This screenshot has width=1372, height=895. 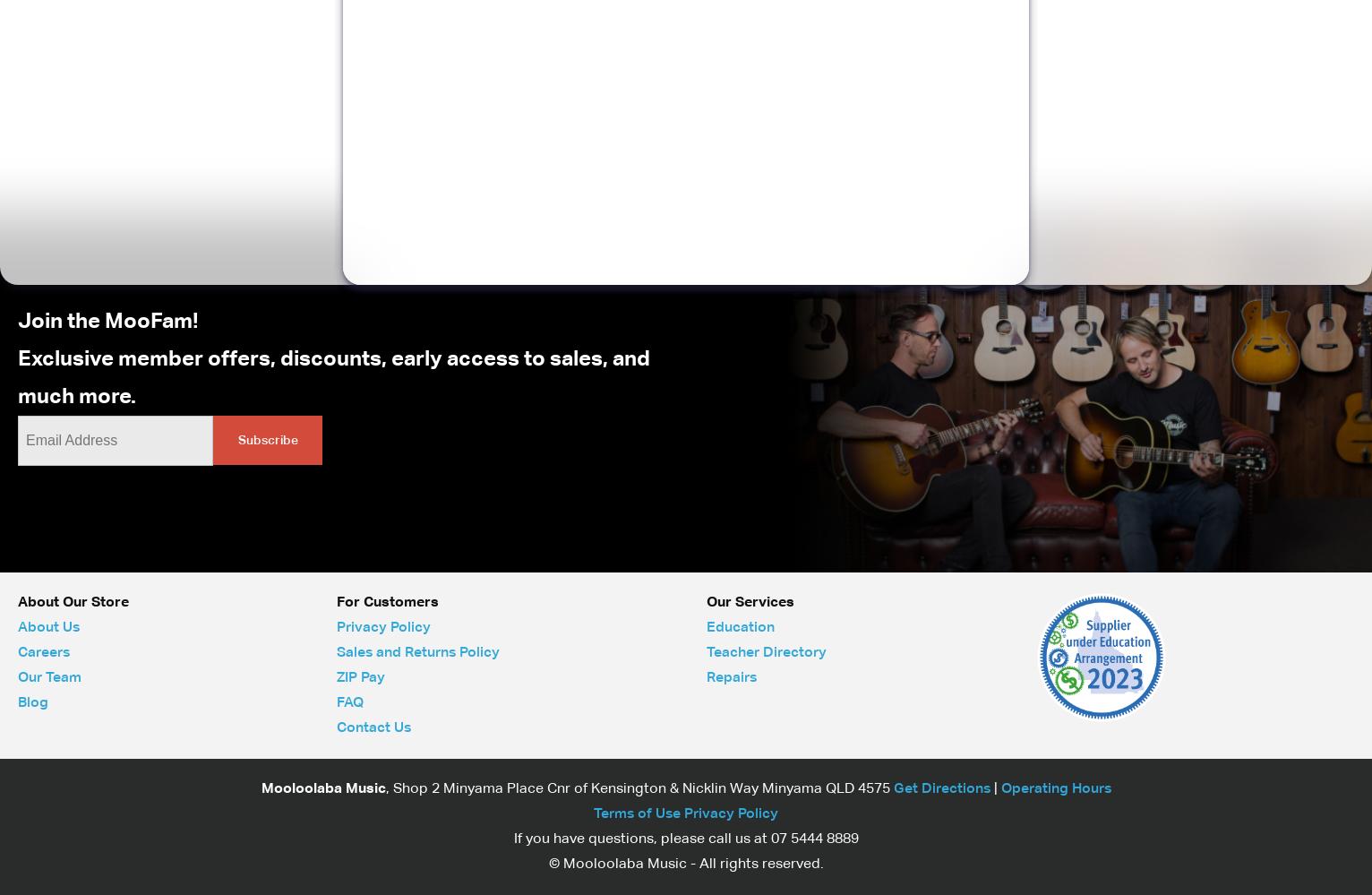 What do you see at coordinates (740, 626) in the screenshot?
I see `'Education'` at bounding box center [740, 626].